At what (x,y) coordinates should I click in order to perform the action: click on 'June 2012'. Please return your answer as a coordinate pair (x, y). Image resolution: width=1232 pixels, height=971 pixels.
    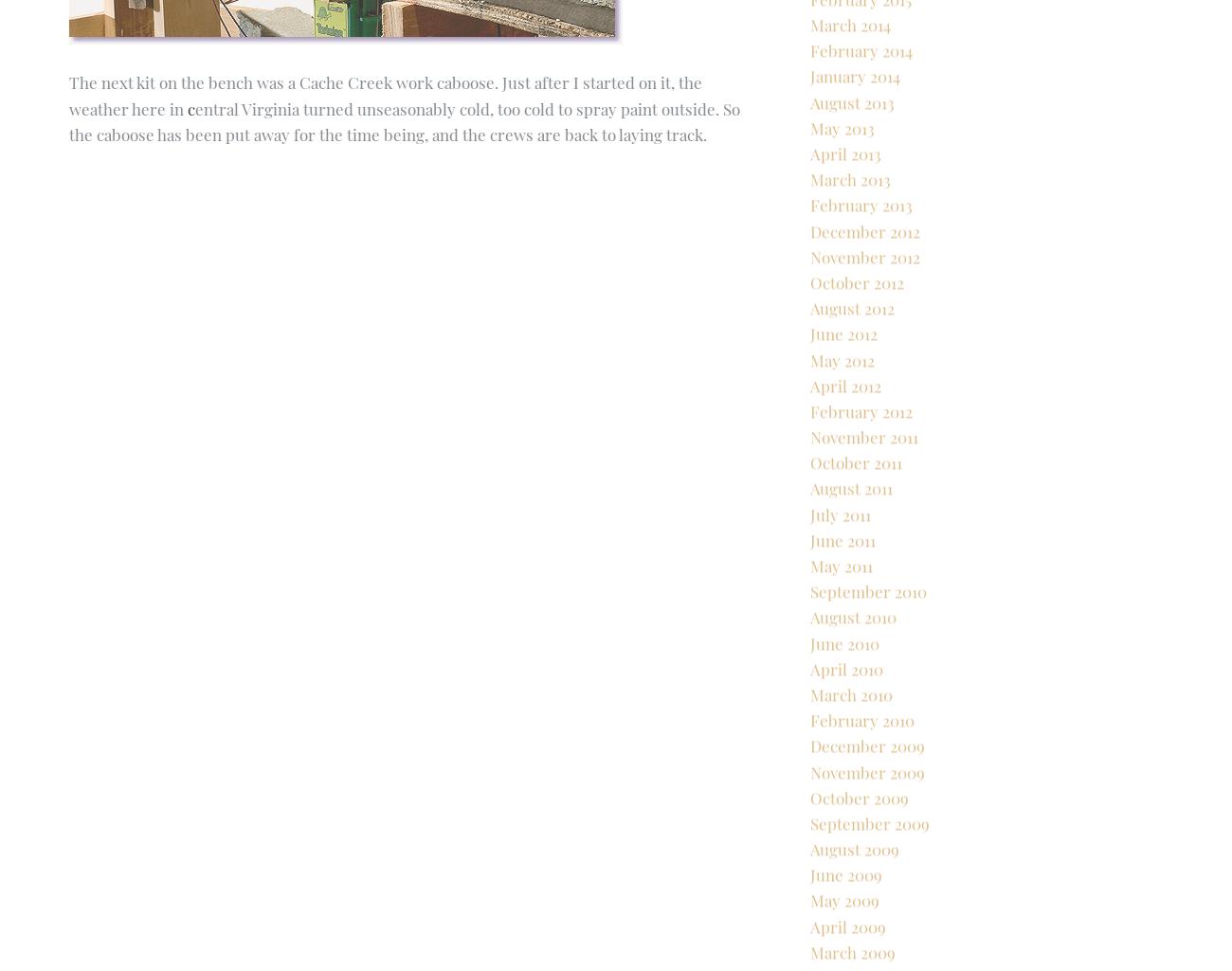
    Looking at the image, I should click on (842, 397).